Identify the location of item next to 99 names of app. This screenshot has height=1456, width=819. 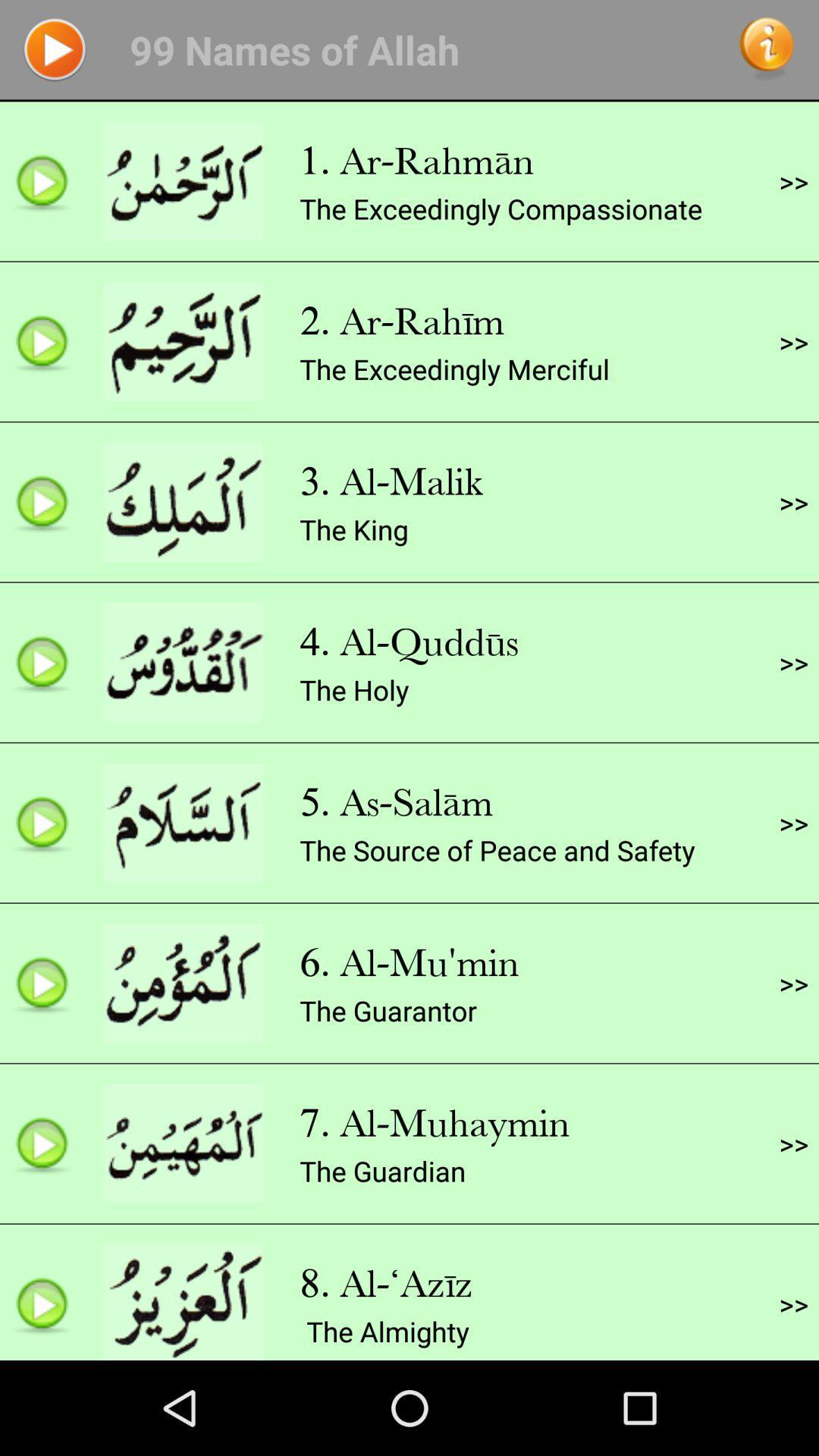
(54, 49).